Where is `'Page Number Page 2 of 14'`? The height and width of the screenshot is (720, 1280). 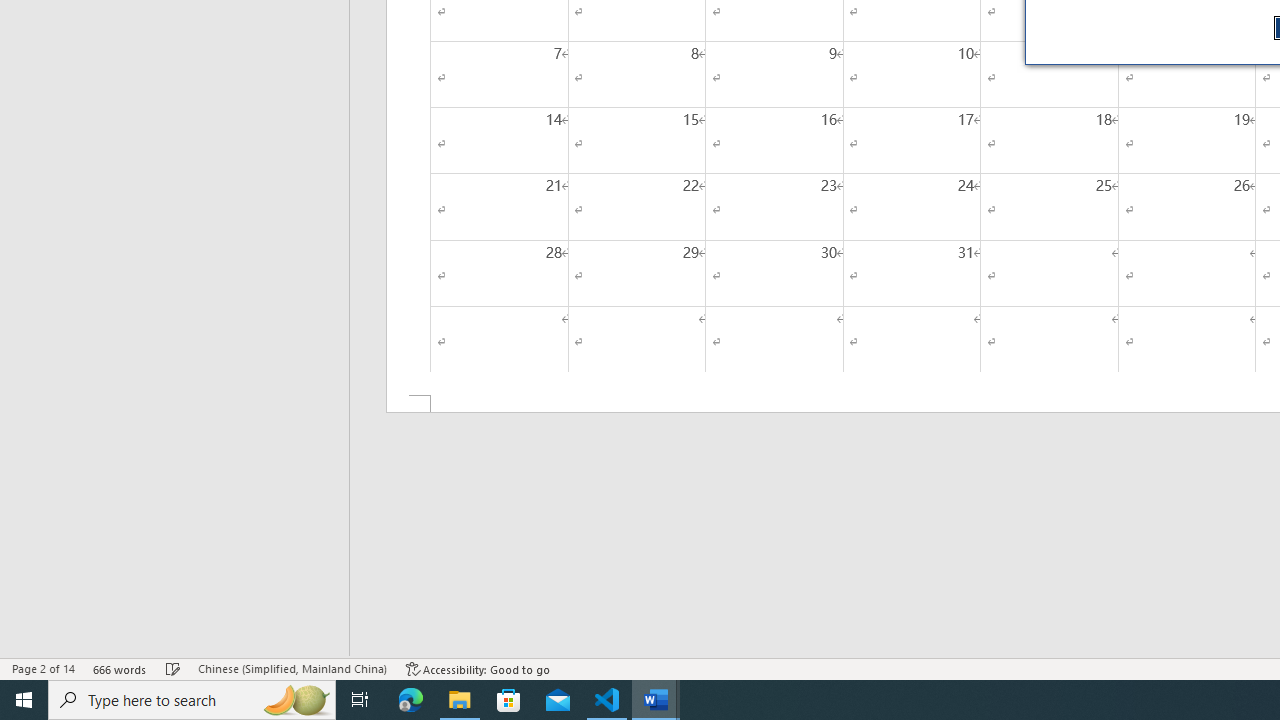
'Page Number Page 2 of 14' is located at coordinates (43, 669).